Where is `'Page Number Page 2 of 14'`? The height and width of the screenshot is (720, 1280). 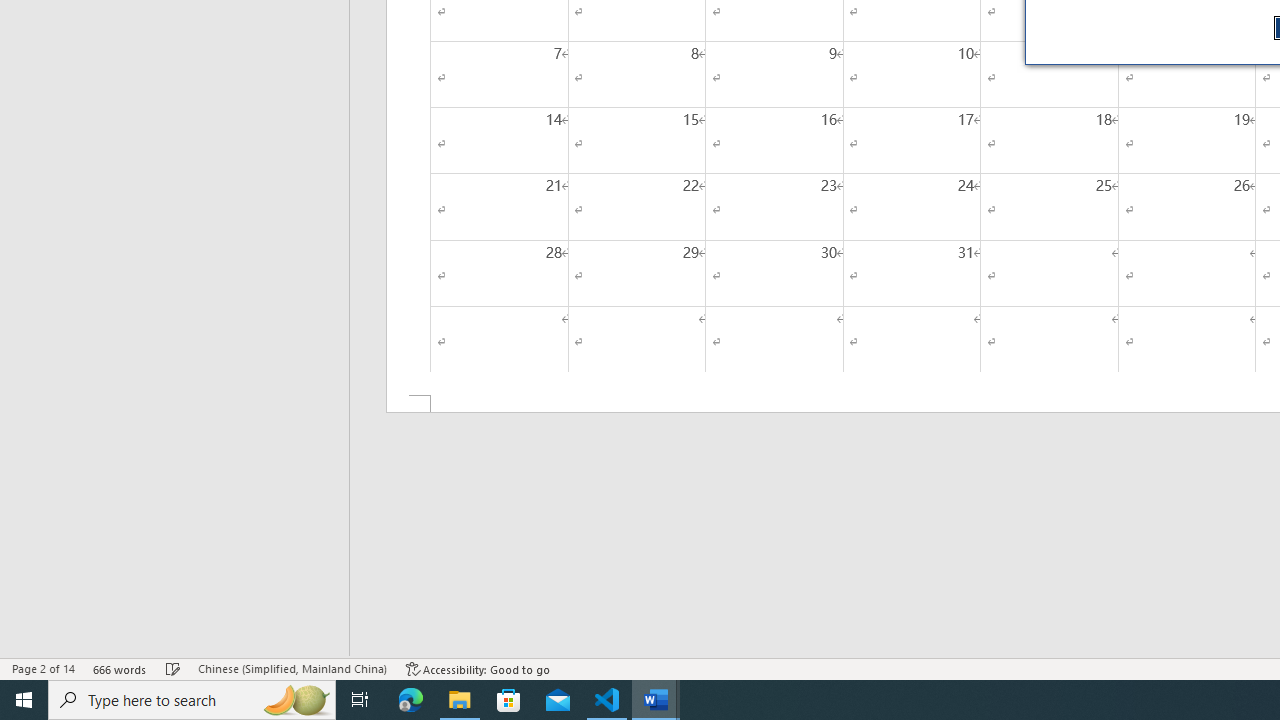
'Page Number Page 2 of 14' is located at coordinates (43, 669).